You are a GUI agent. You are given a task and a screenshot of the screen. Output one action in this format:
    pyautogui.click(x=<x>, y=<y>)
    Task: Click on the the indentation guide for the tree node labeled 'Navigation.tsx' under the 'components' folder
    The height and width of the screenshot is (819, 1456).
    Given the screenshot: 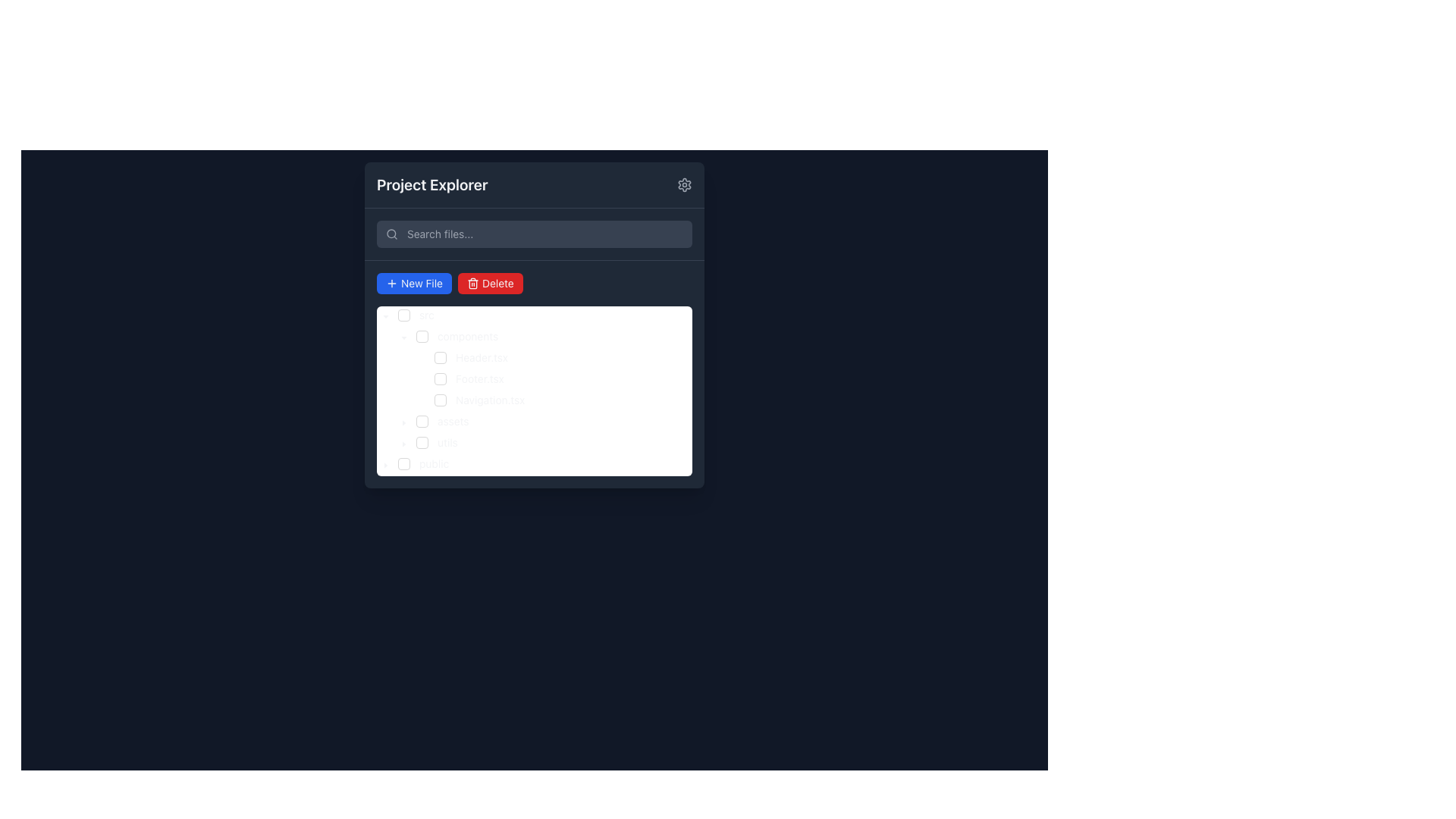 What is the action you would take?
    pyautogui.click(x=395, y=400)
    